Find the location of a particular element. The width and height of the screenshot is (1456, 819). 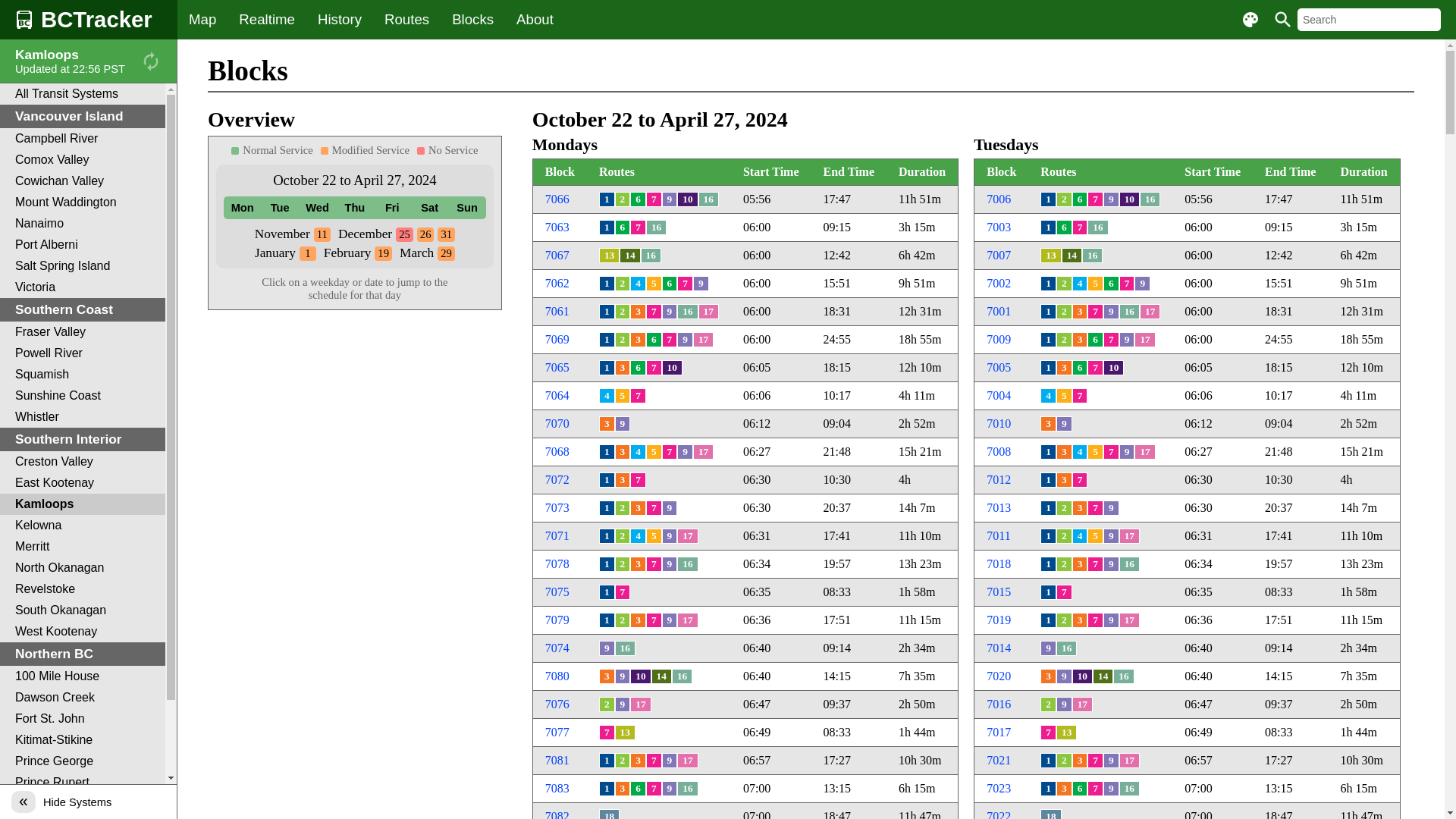

'14' is located at coordinates (661, 675).